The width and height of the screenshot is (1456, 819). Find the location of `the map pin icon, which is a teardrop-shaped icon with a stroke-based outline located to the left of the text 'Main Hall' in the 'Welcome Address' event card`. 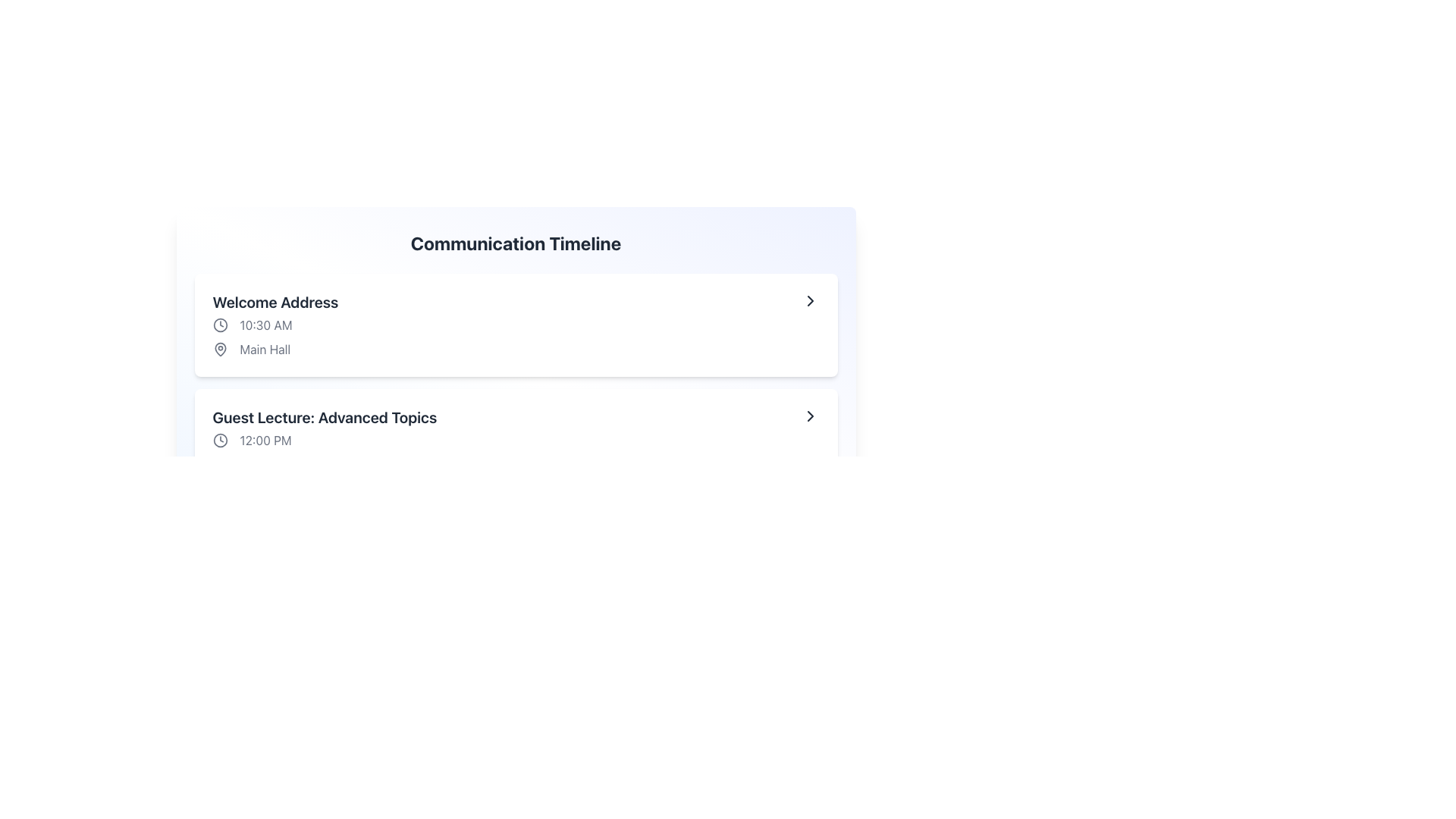

the map pin icon, which is a teardrop-shaped icon with a stroke-based outline located to the left of the text 'Main Hall' in the 'Welcome Address' event card is located at coordinates (219, 350).